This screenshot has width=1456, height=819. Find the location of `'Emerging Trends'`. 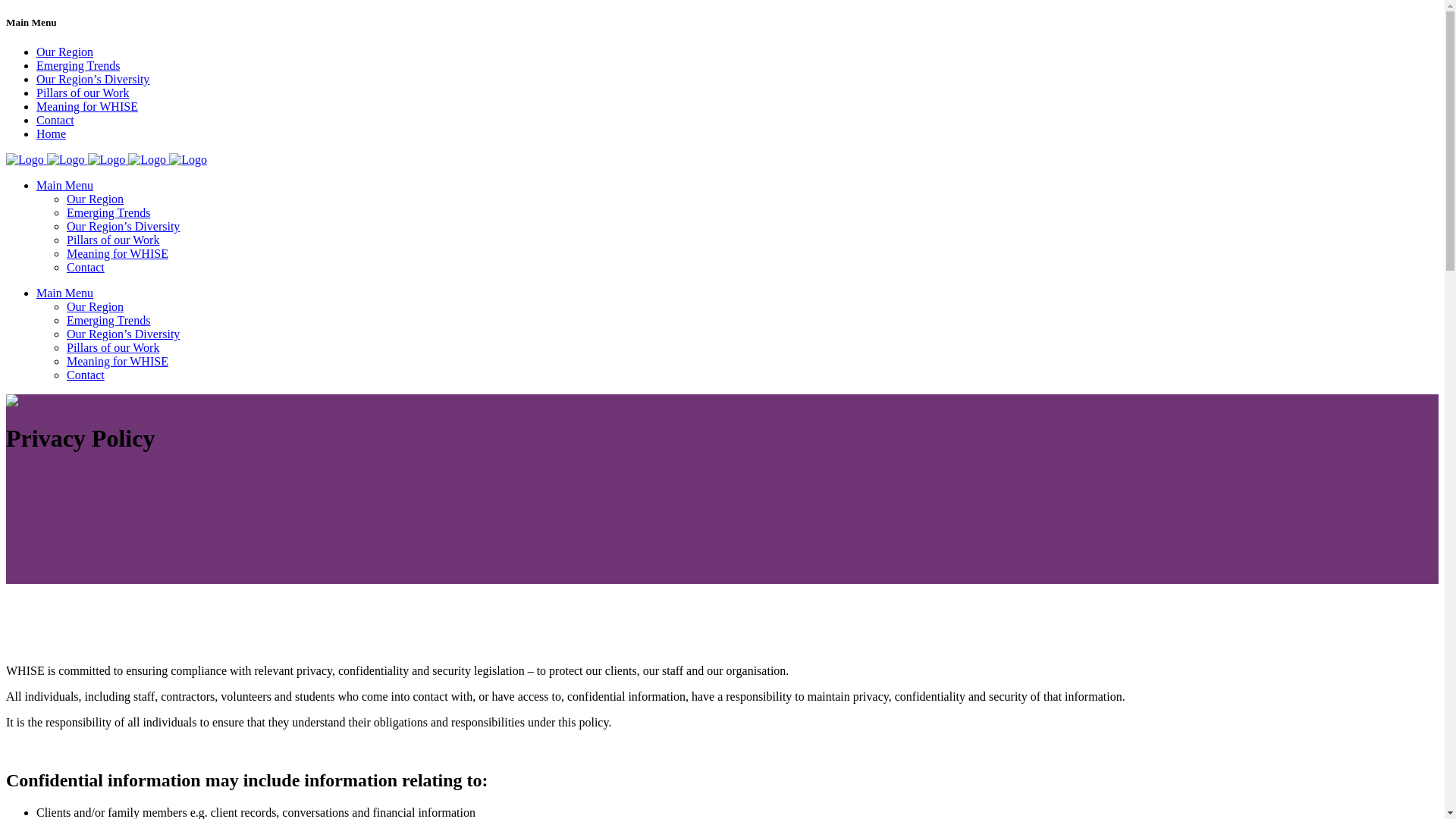

'Emerging Trends' is located at coordinates (65, 212).